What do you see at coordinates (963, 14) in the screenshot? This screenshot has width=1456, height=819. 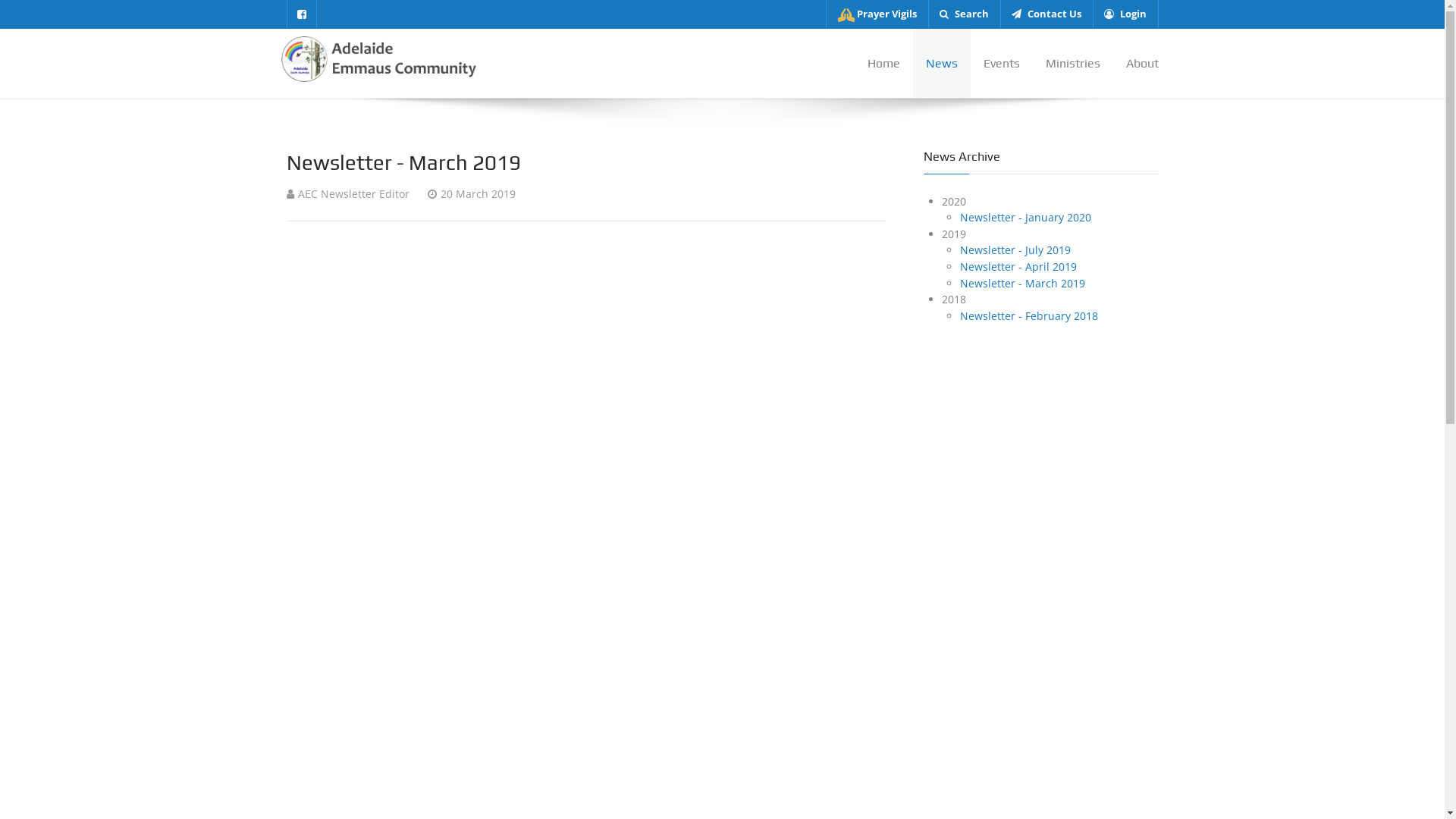 I see `'Search'` at bounding box center [963, 14].